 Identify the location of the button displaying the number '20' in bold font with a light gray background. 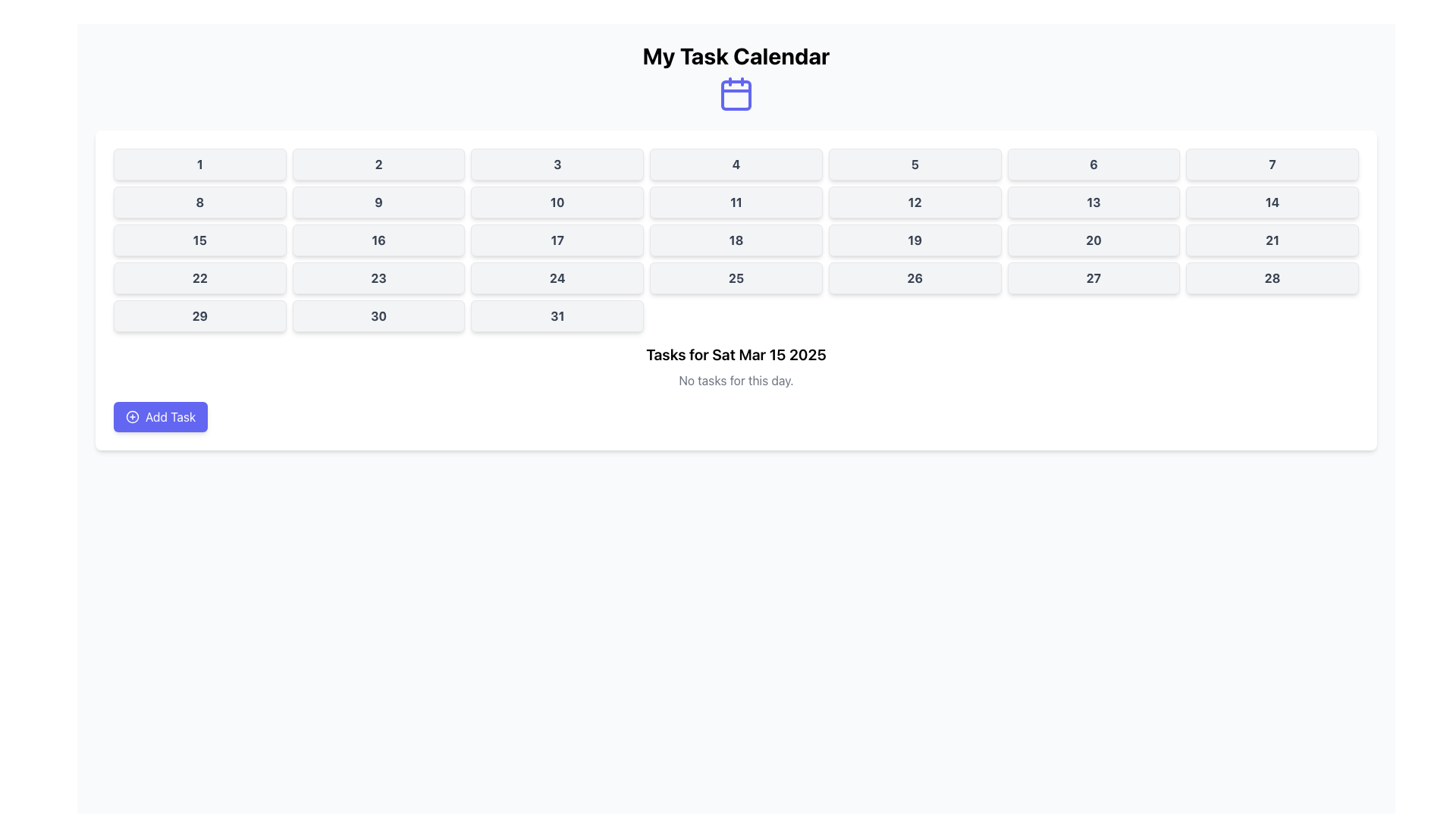
(1094, 239).